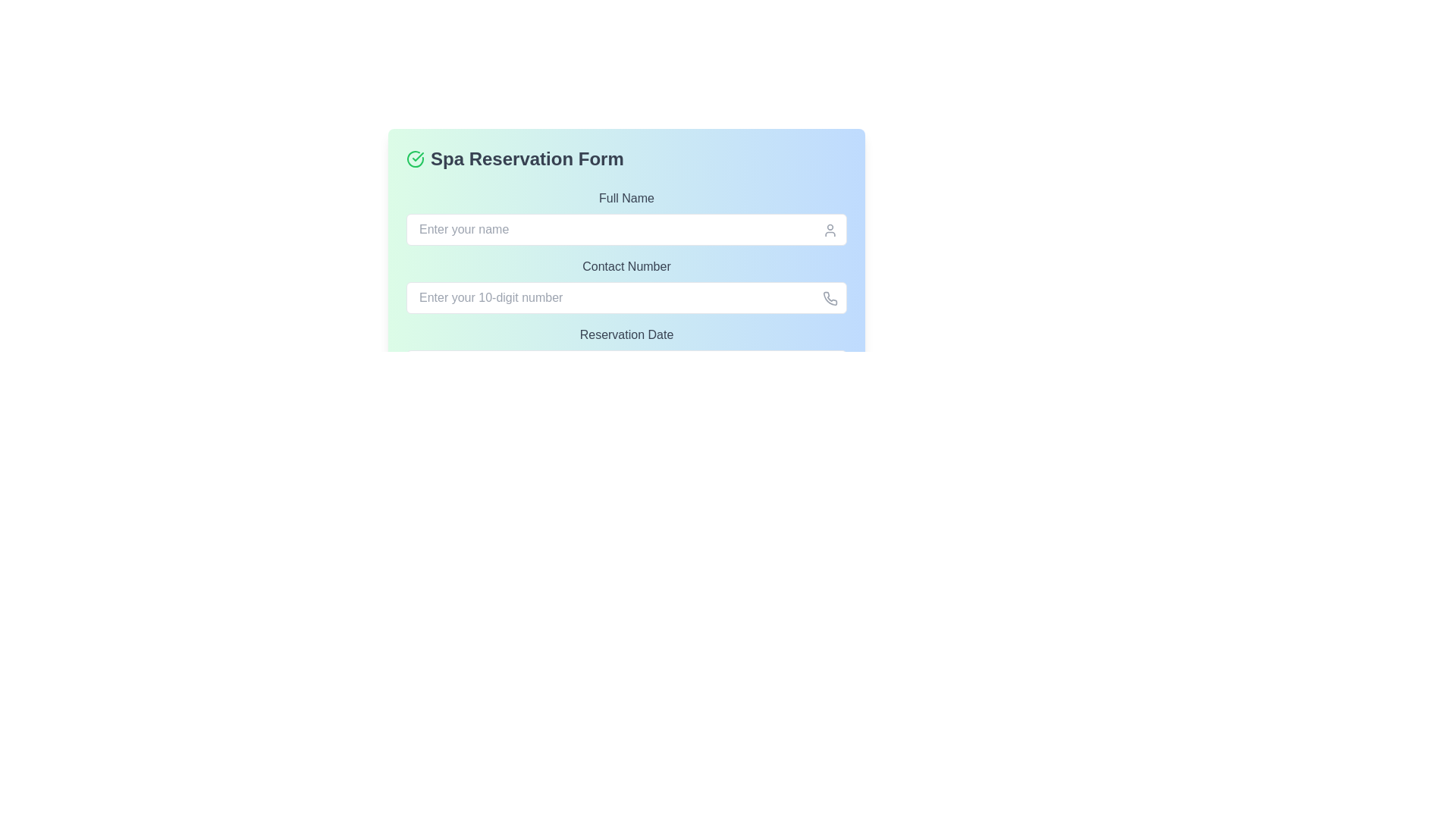 The height and width of the screenshot is (819, 1456). Describe the element at coordinates (626, 354) in the screenshot. I see `the reservation date label located beneath the 'Contact Number' field within the 'Spa Reservation Form', positioned directly above the 'Make Reservation' button` at that location.